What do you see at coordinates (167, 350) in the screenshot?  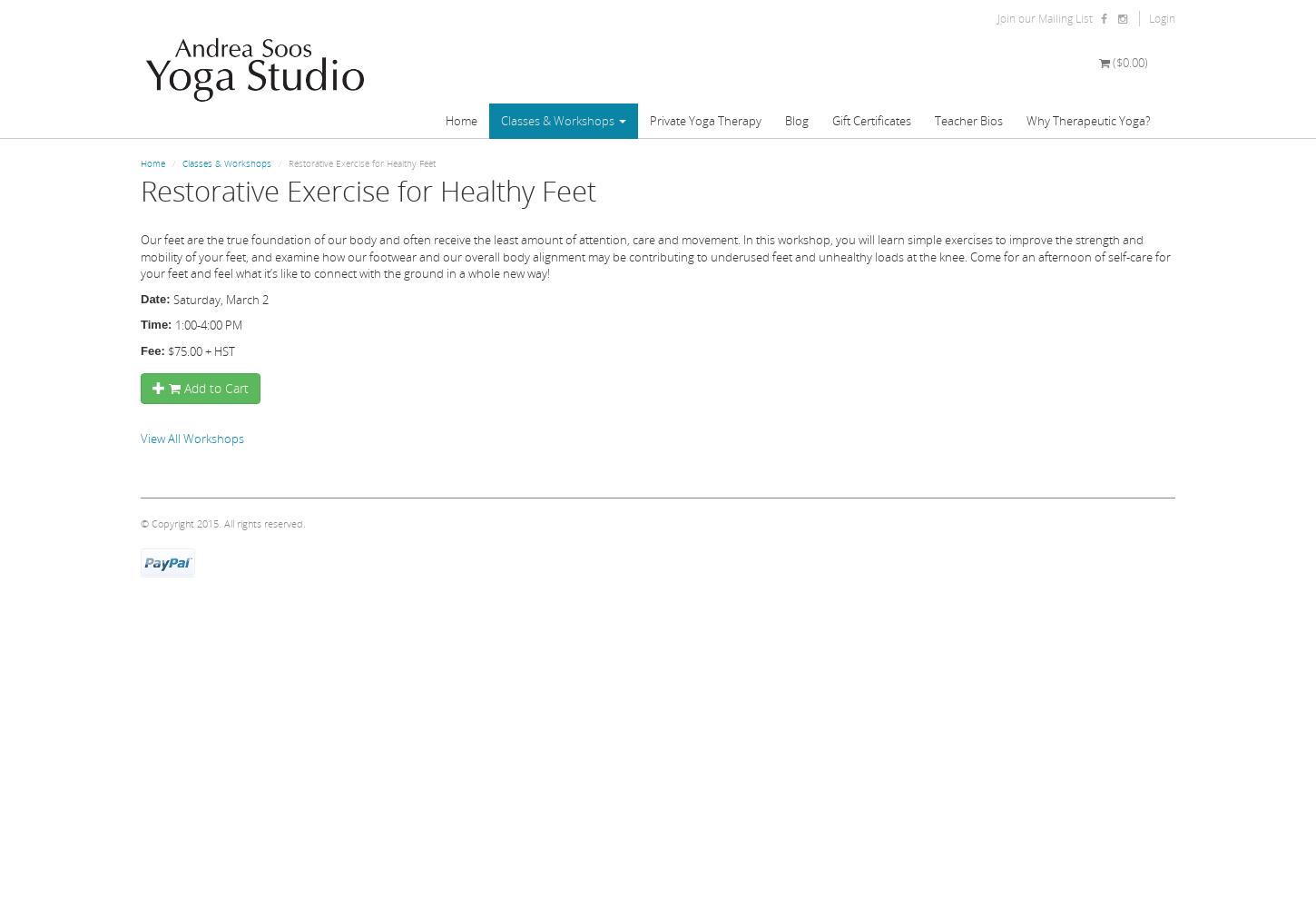 I see `'$75.00 + HST'` at bounding box center [167, 350].